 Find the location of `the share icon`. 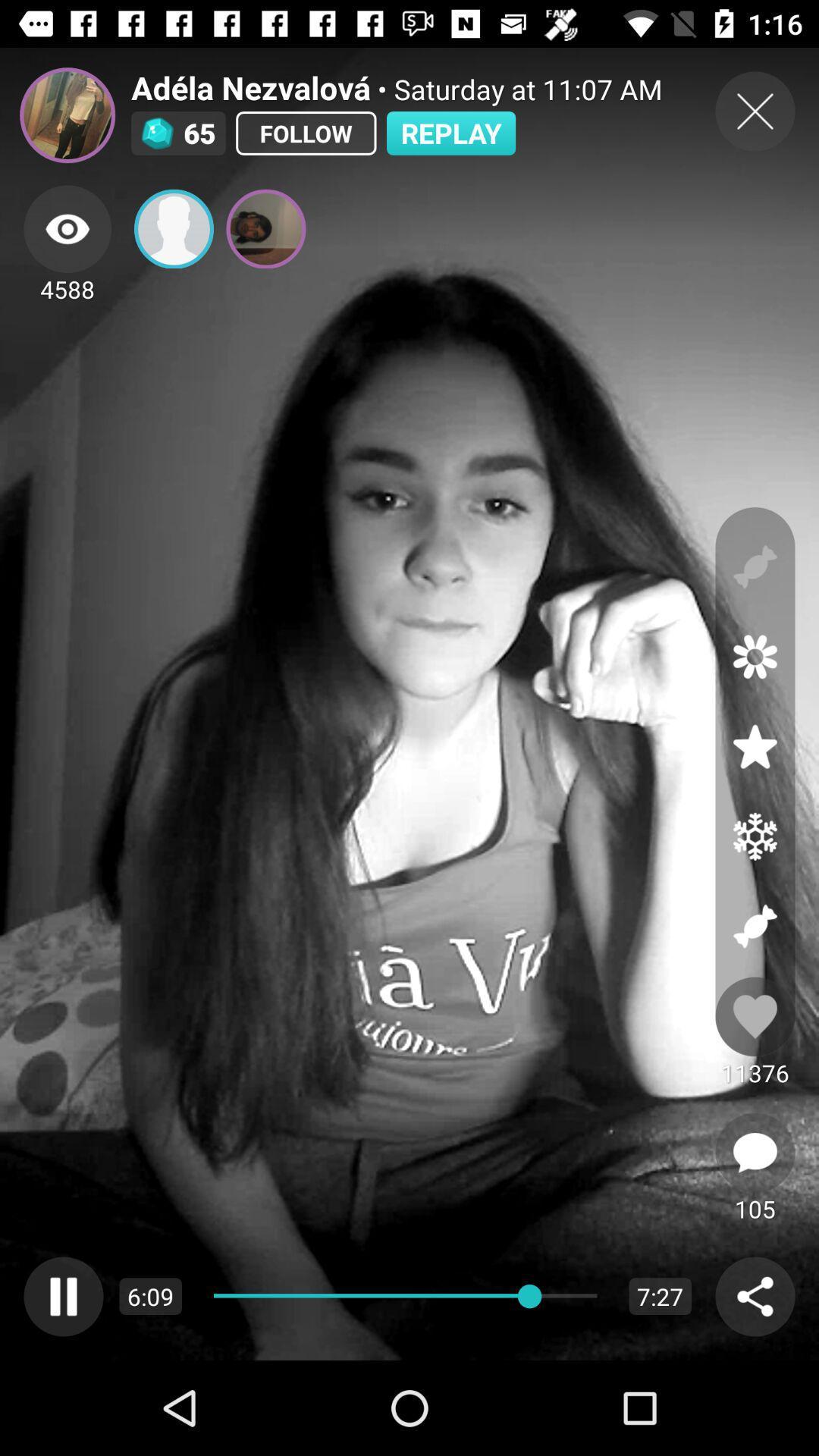

the share icon is located at coordinates (755, 1295).